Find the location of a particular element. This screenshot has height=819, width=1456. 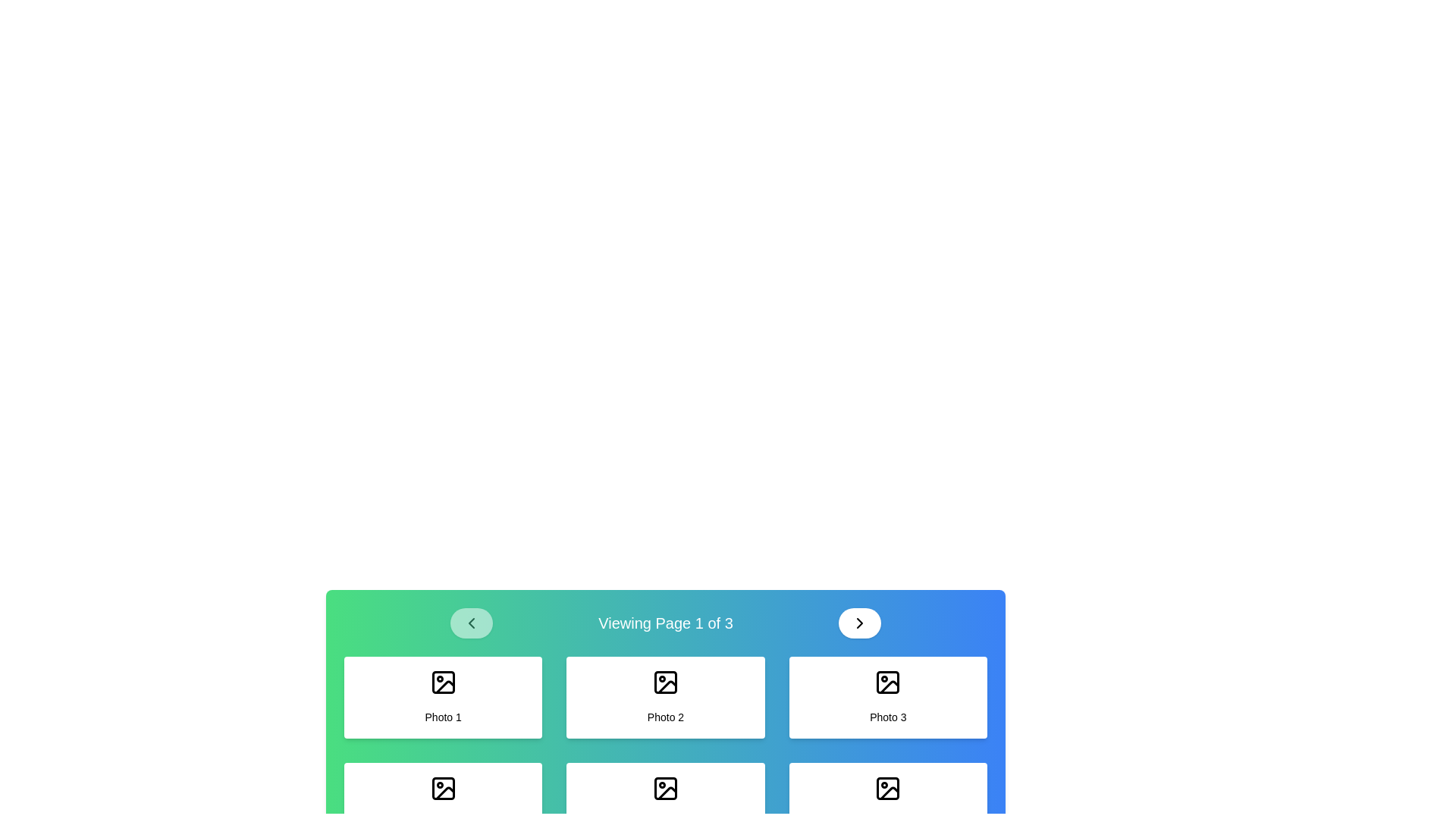

the text label that reads 'Viewing Page 1 of 3', which is centrally placed within a colorful gradient background and located above the image grid is located at coordinates (666, 623).